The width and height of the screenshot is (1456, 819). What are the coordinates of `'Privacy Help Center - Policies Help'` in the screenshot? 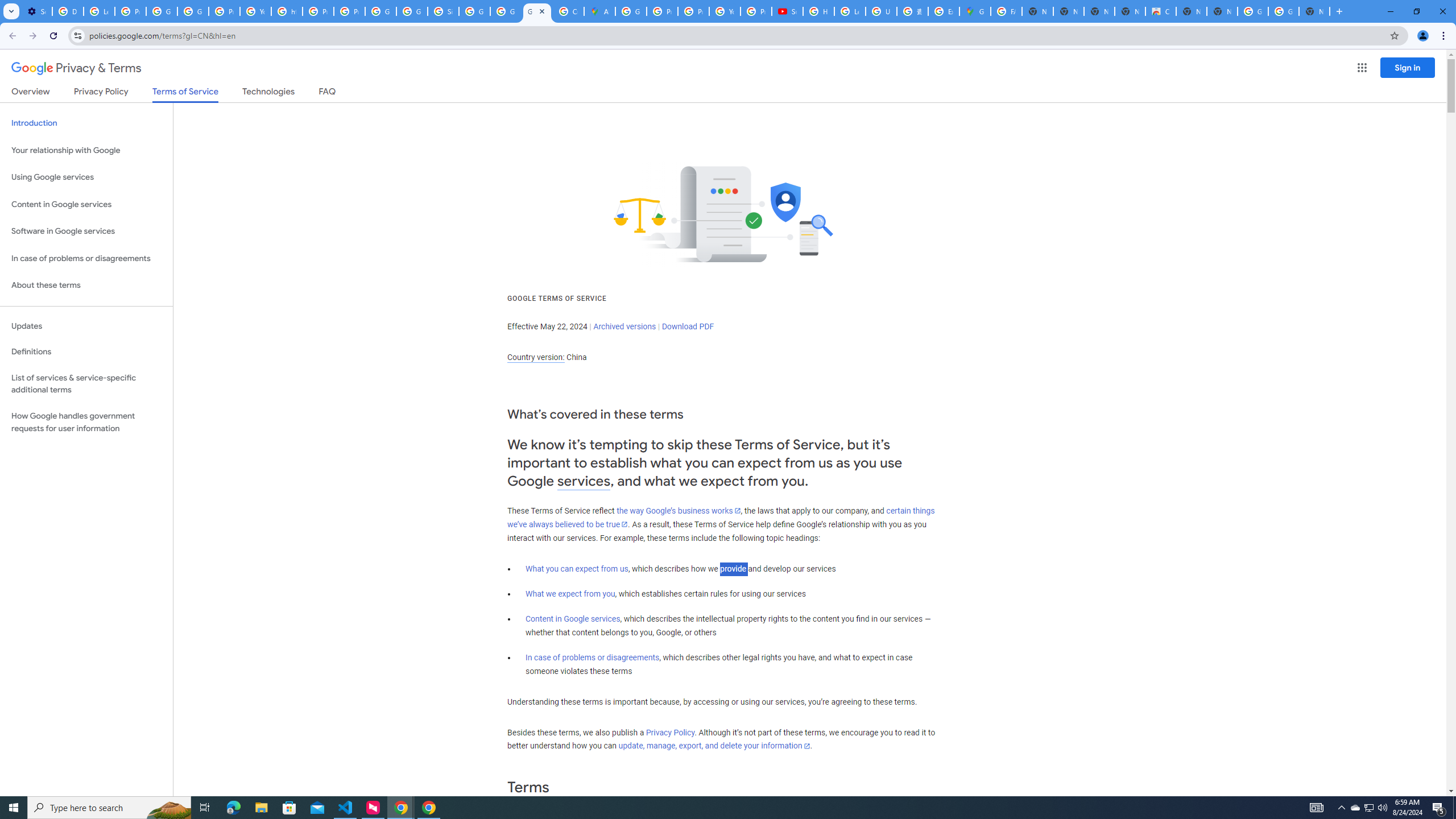 It's located at (661, 11).